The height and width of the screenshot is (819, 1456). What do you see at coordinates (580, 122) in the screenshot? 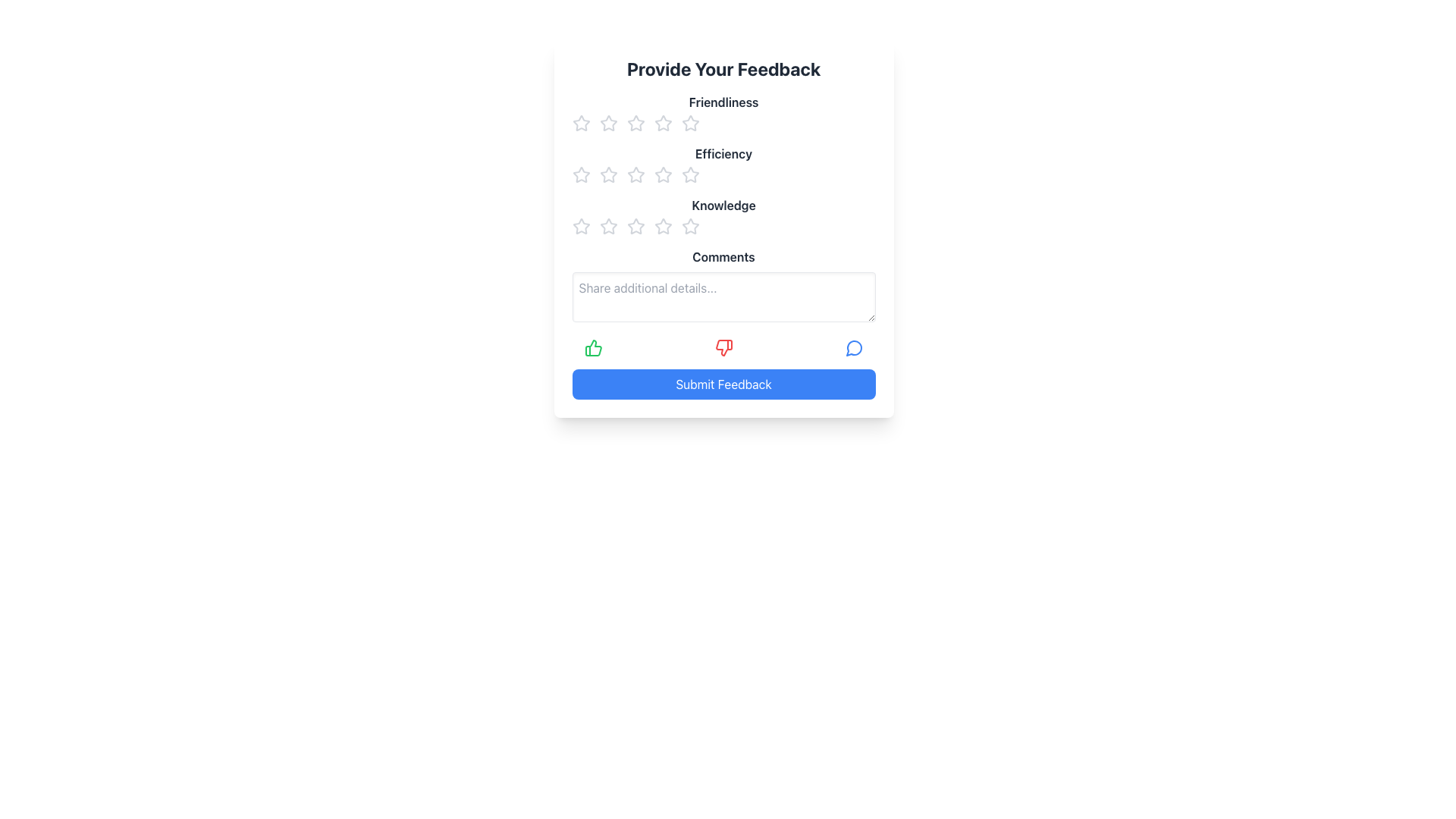
I see `the leftmost star icon in the first row of the Star Rating Component for the 'Friendliness' category` at bounding box center [580, 122].